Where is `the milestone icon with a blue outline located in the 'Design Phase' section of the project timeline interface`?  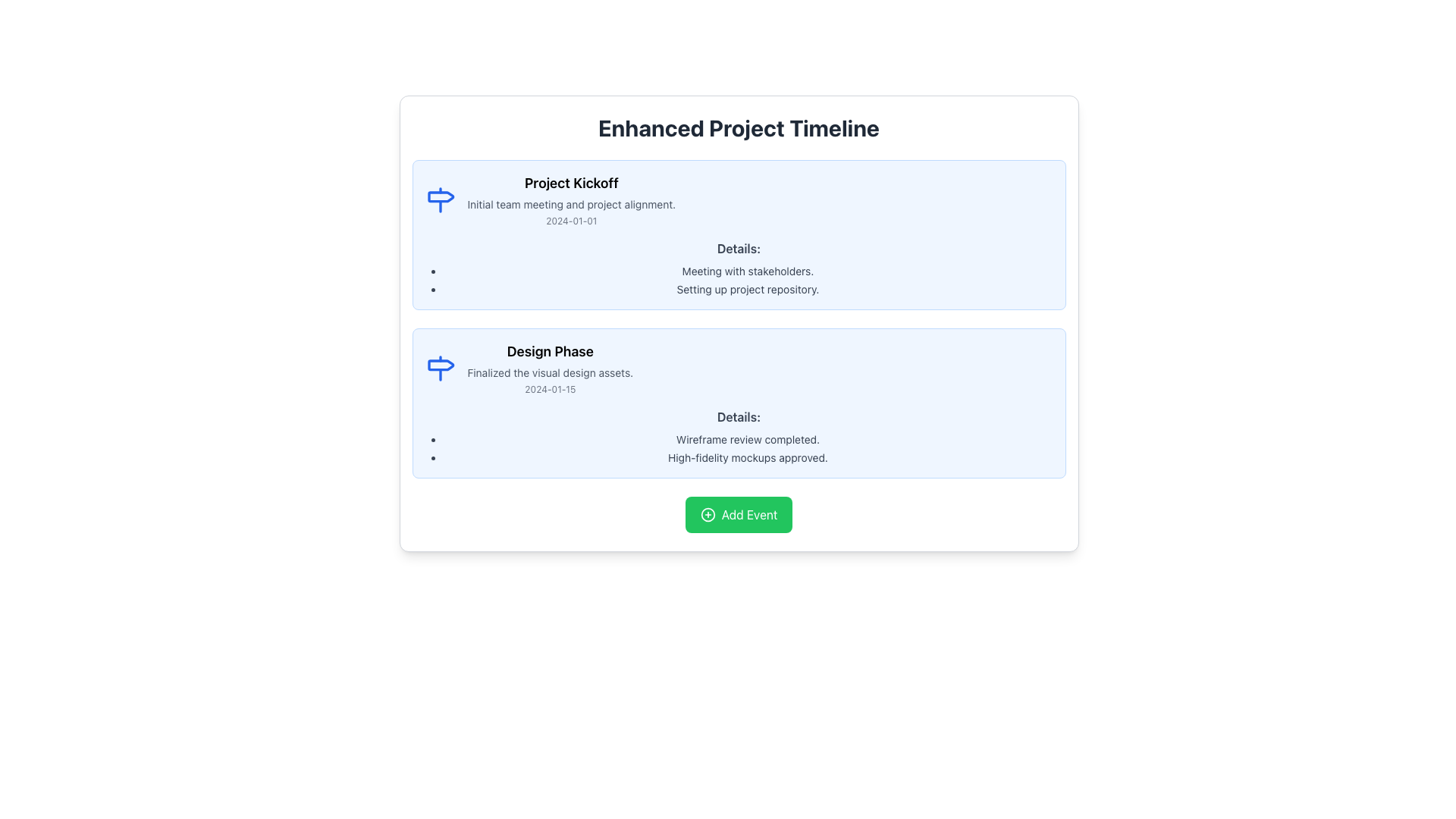 the milestone icon with a blue outline located in the 'Design Phase' section of the project timeline interface is located at coordinates (439, 369).